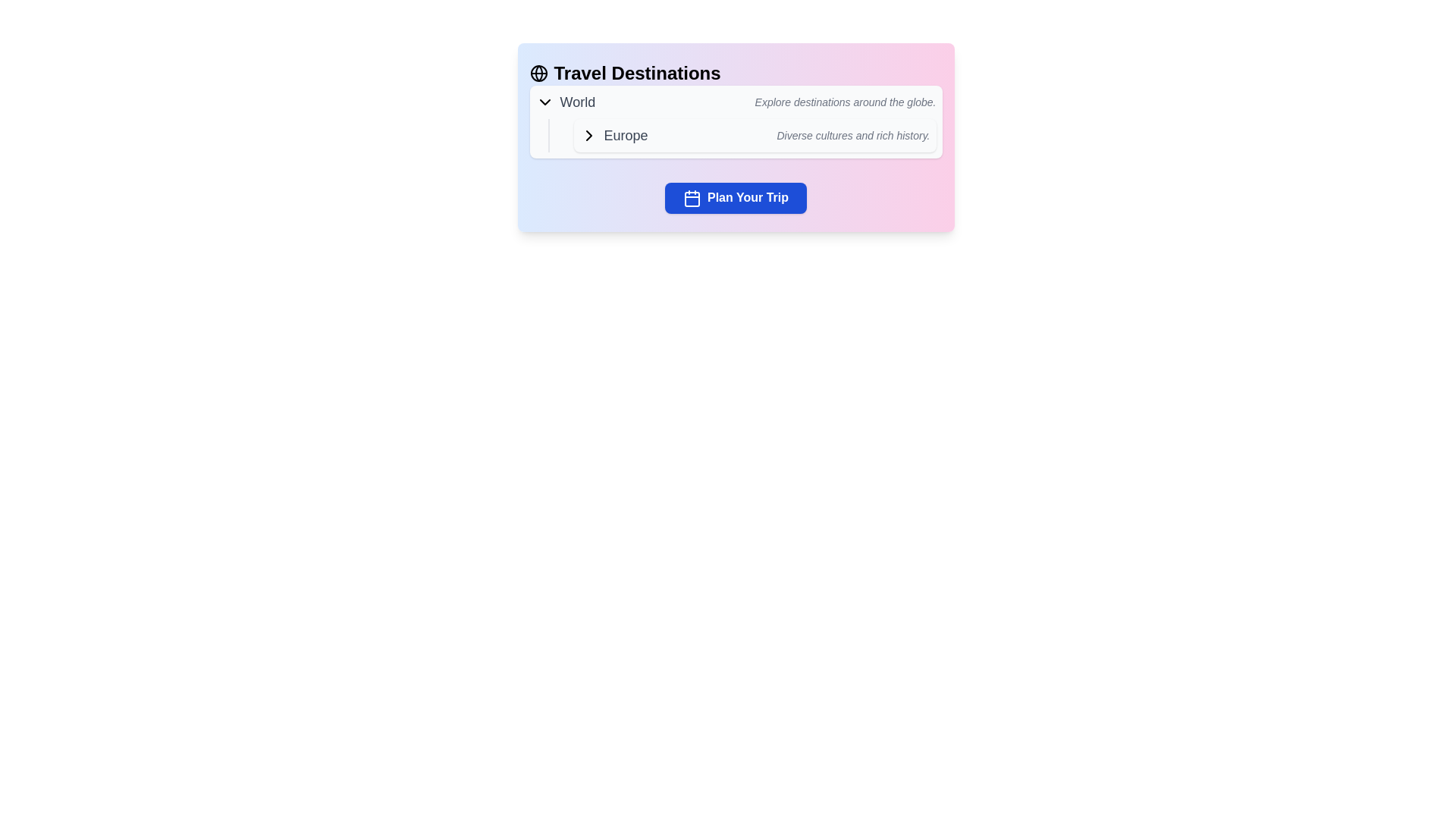 The width and height of the screenshot is (1456, 819). Describe the element at coordinates (564, 102) in the screenshot. I see `the 'World' label in the dropdown component` at that location.